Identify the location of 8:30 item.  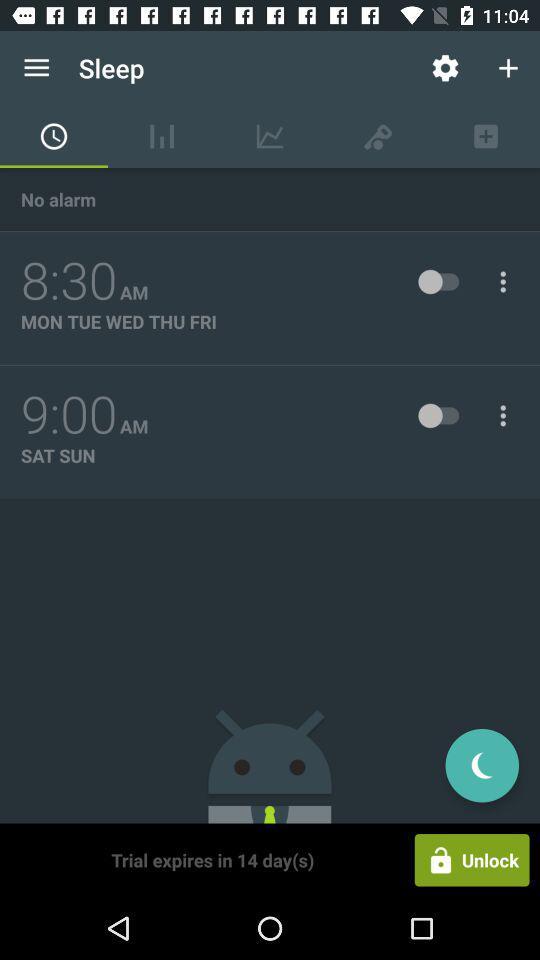
(68, 280).